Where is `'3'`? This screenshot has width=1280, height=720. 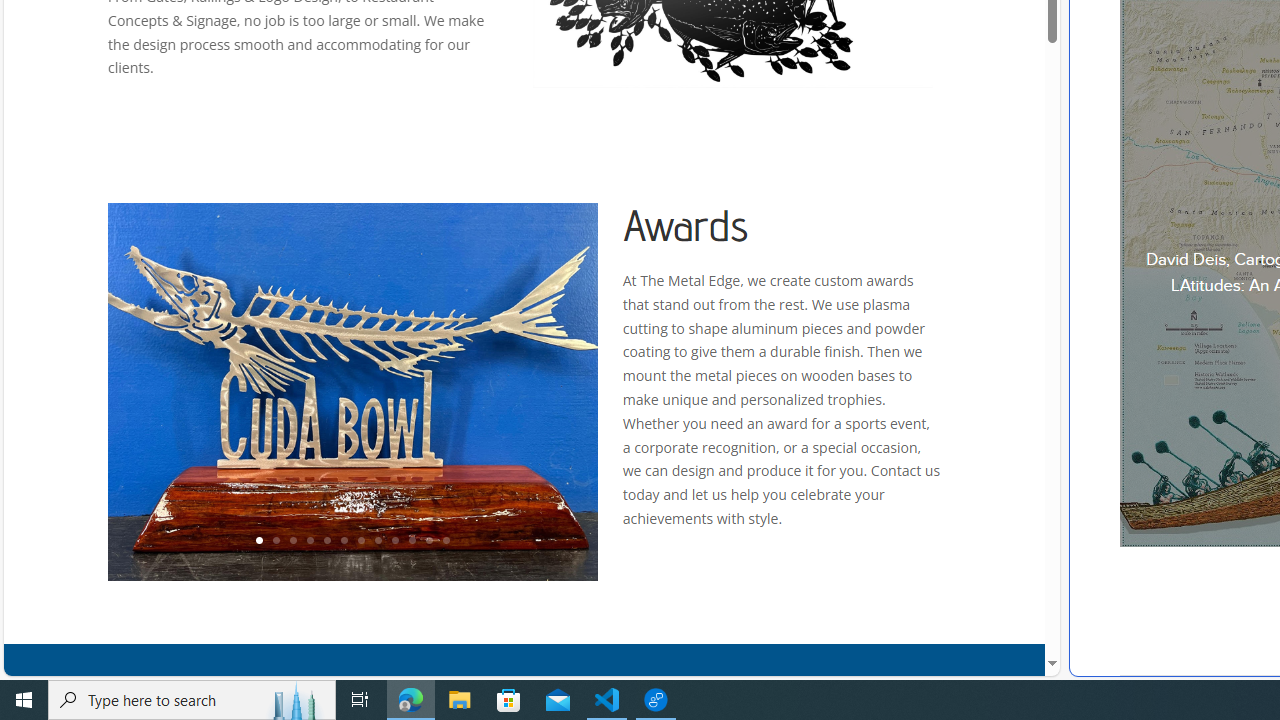
'3' is located at coordinates (292, 541).